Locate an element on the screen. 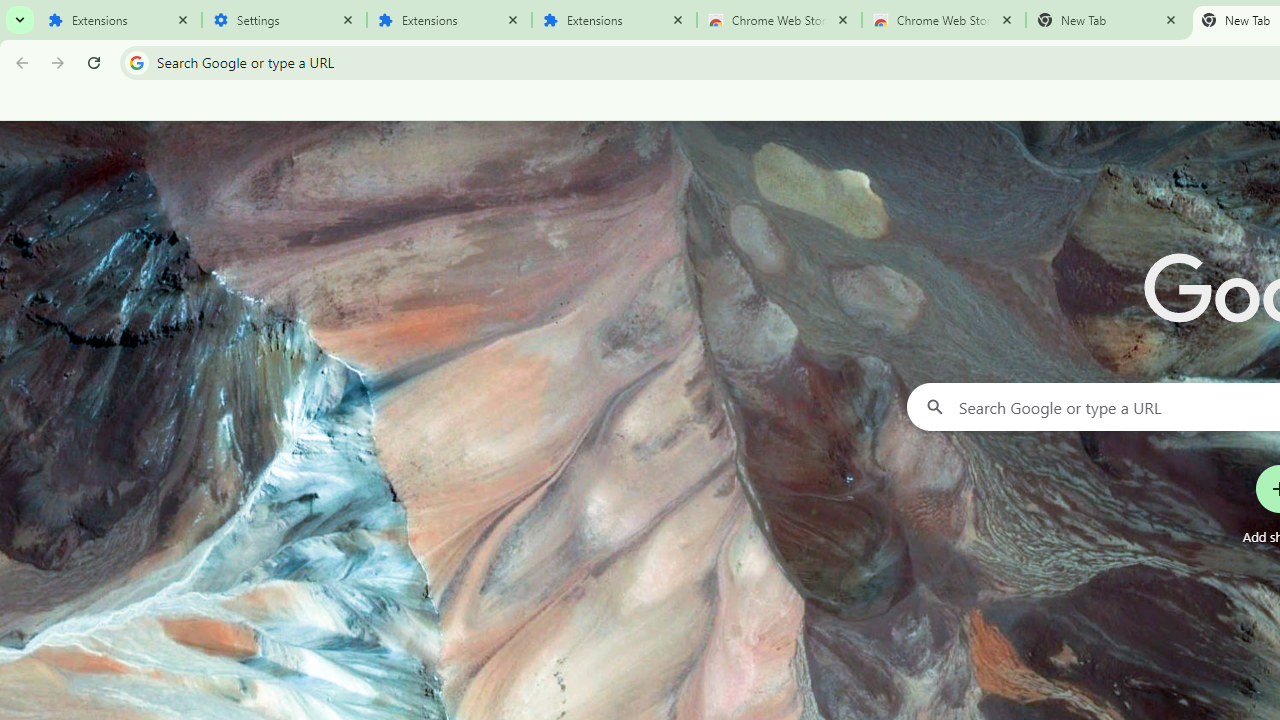 The image size is (1280, 720). 'Chrome Web Store - Themes' is located at coordinates (943, 20).